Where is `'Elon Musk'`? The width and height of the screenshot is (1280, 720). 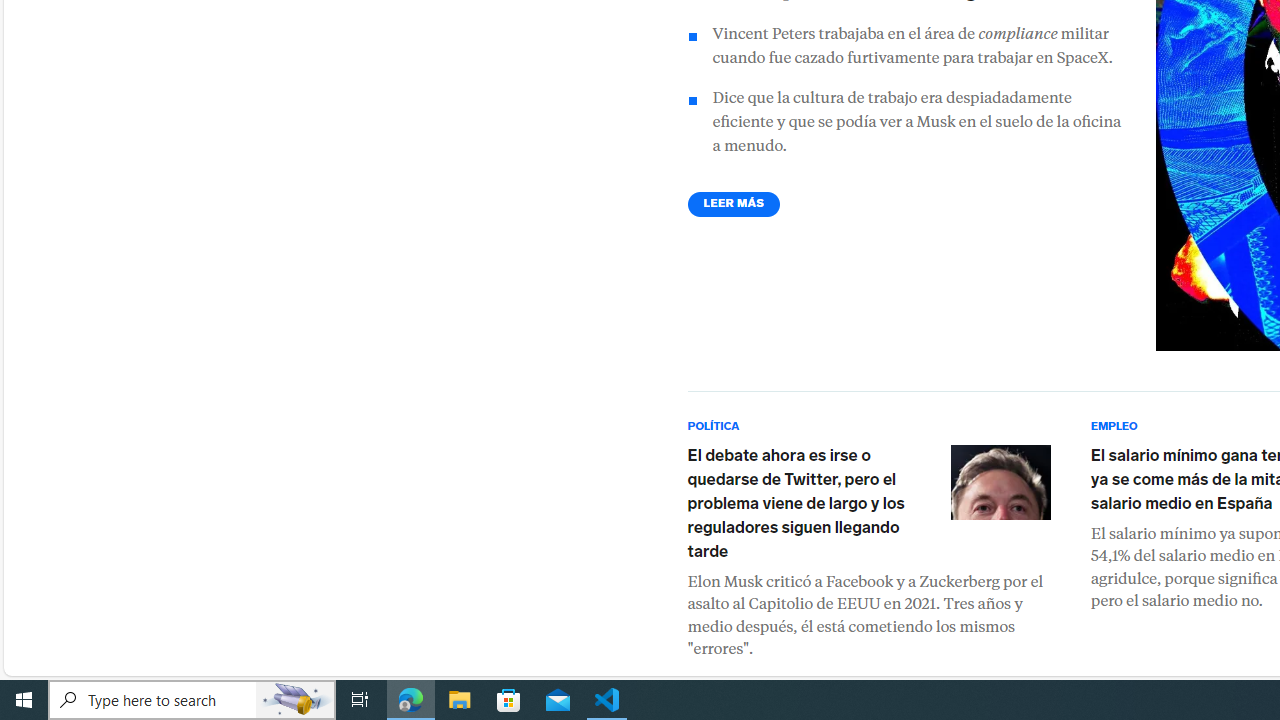 'Elon Musk' is located at coordinates (1000, 482).